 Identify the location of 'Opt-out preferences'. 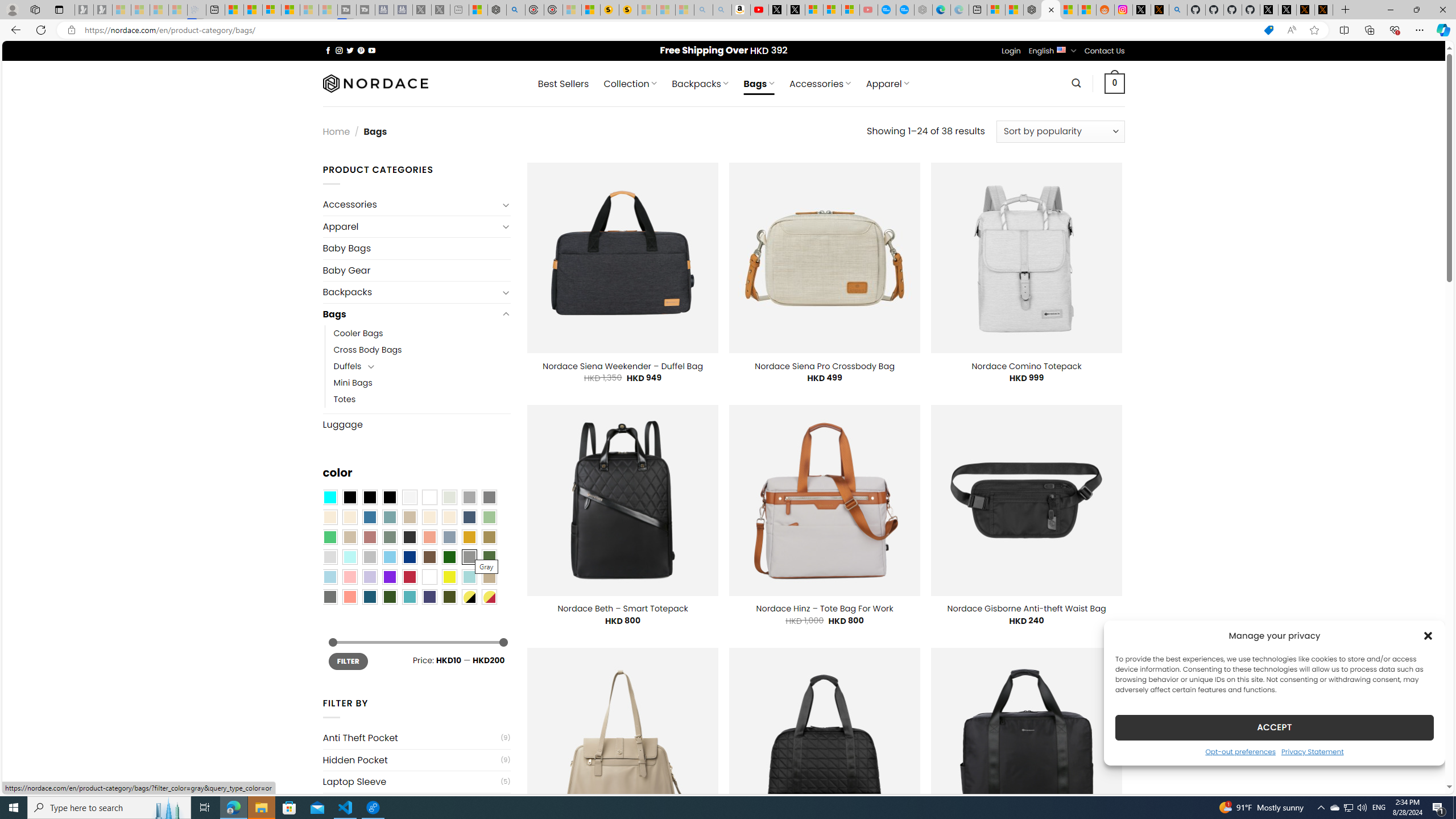
(1240, 751).